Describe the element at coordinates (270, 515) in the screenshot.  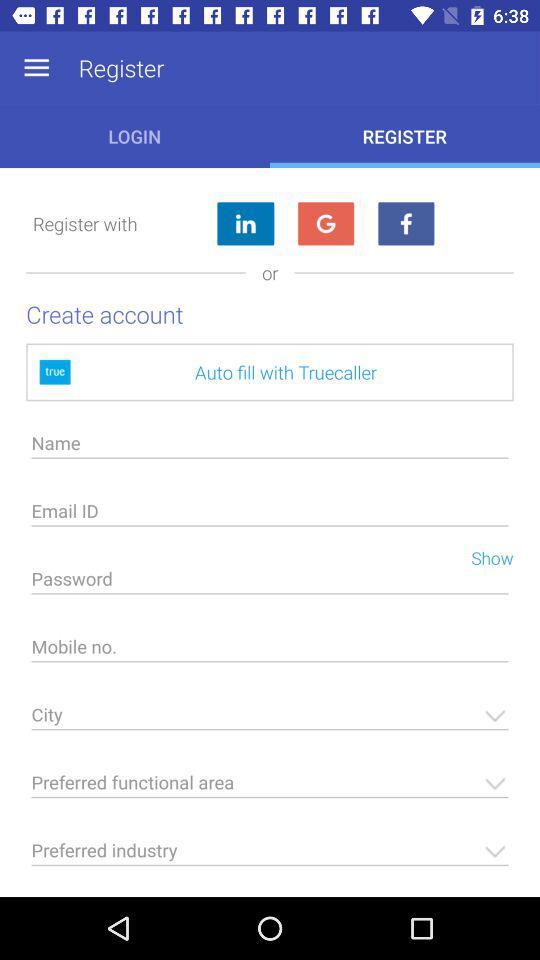
I see `email id` at that location.